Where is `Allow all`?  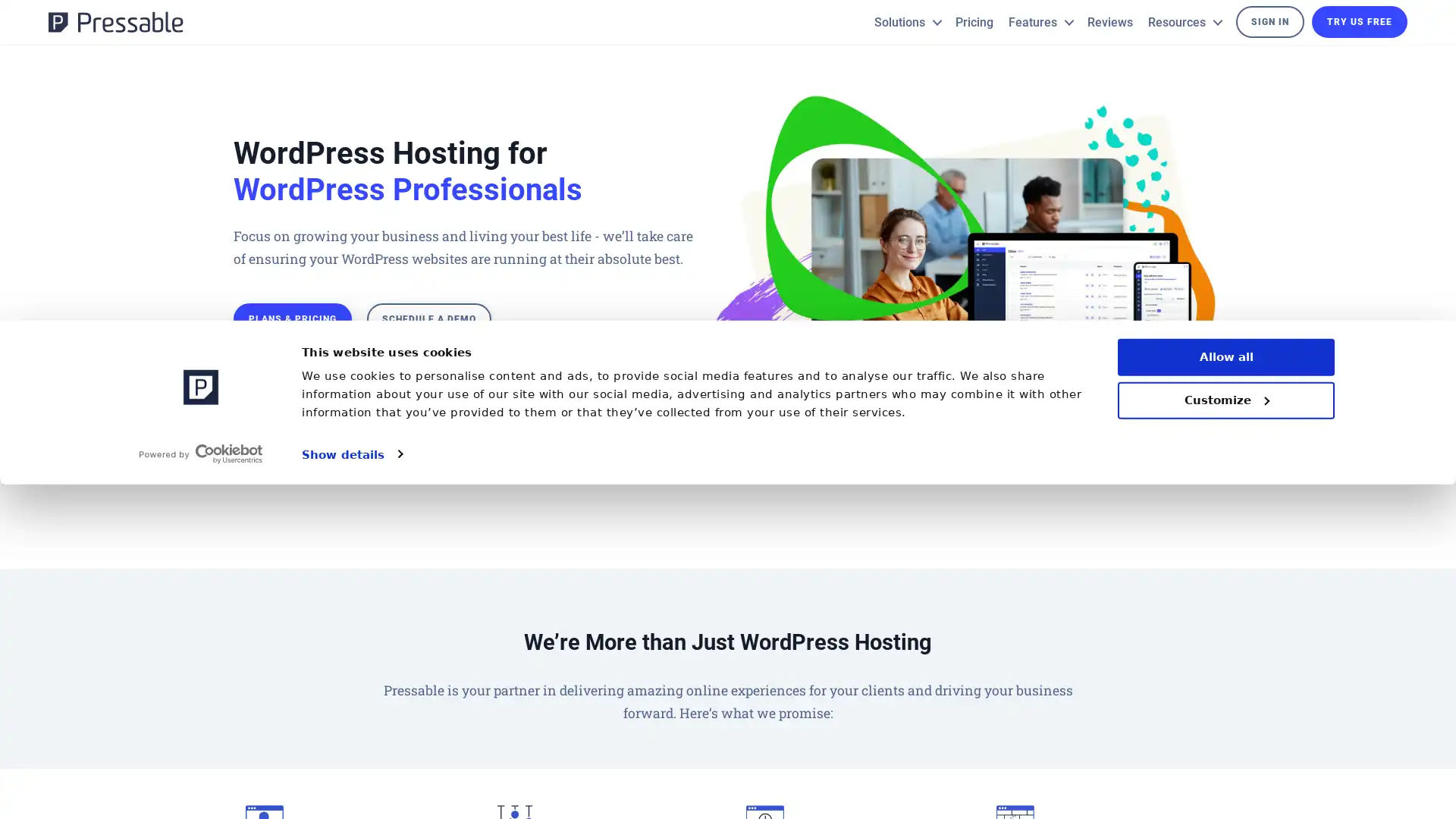 Allow all is located at coordinates (1226, 692).